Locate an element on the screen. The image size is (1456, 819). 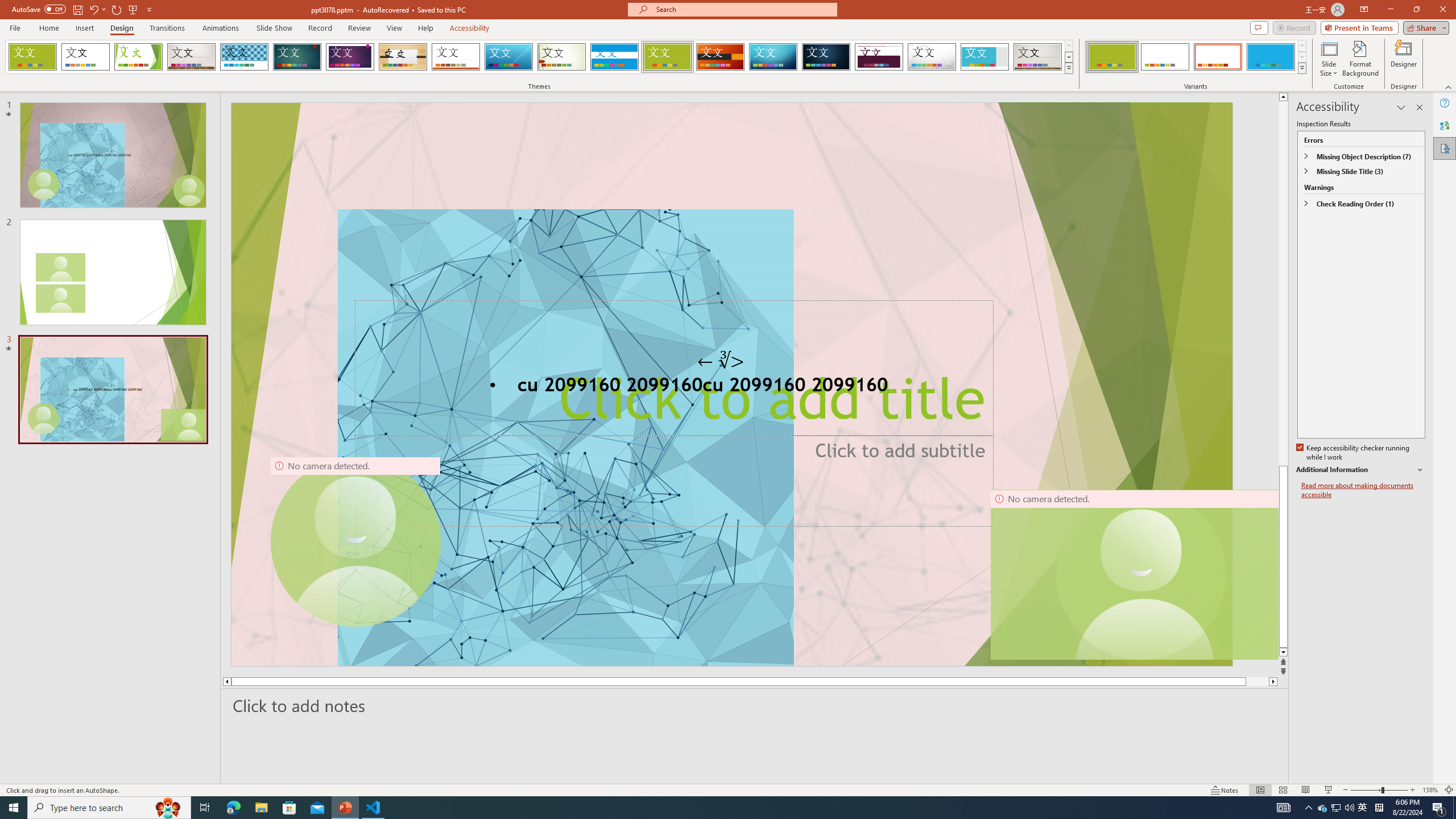
'Basis Variant 2' is located at coordinates (1164, 56).